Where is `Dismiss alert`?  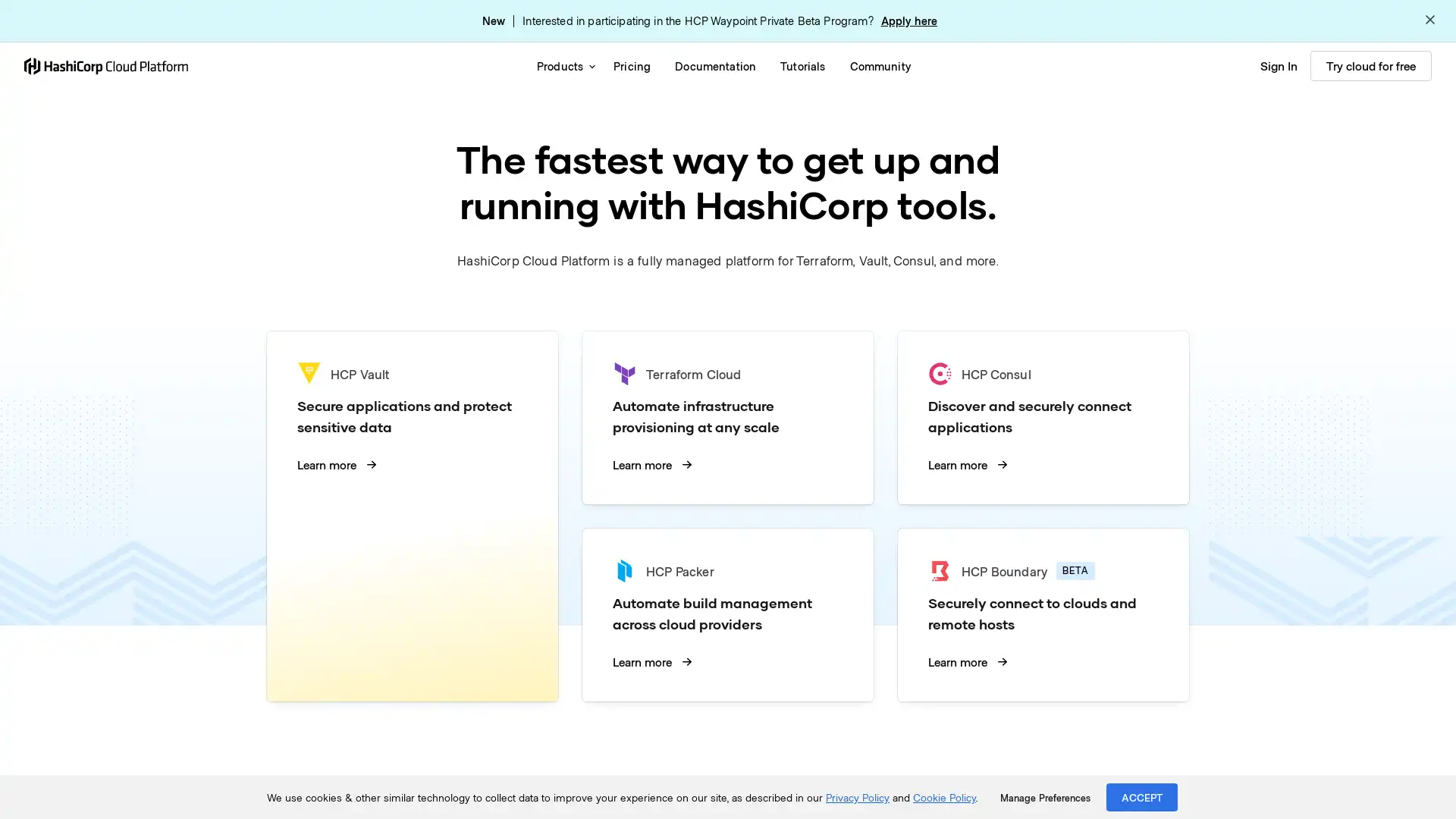 Dismiss alert is located at coordinates (1429, 20).